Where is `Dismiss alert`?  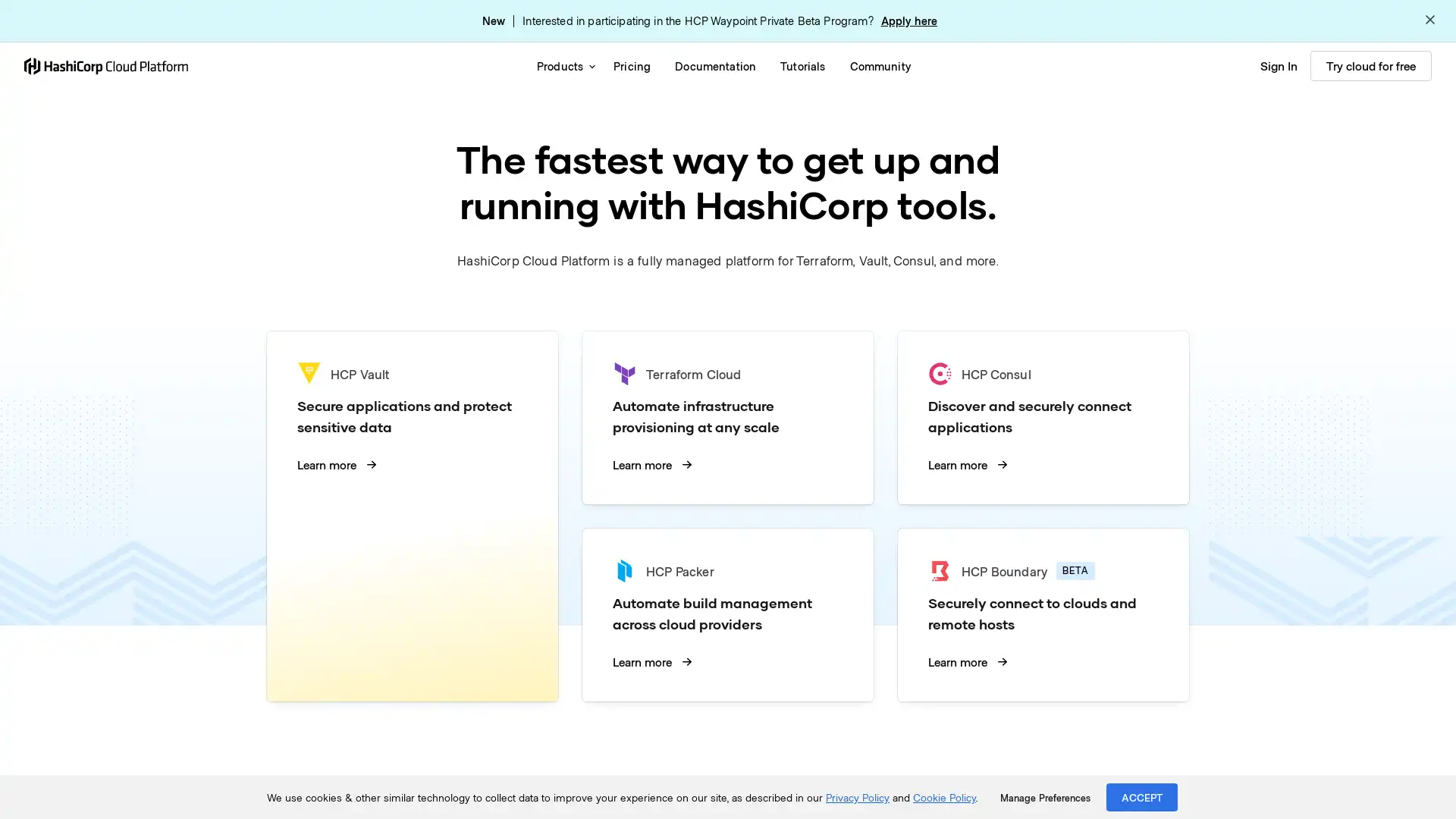 Dismiss alert is located at coordinates (1429, 20).